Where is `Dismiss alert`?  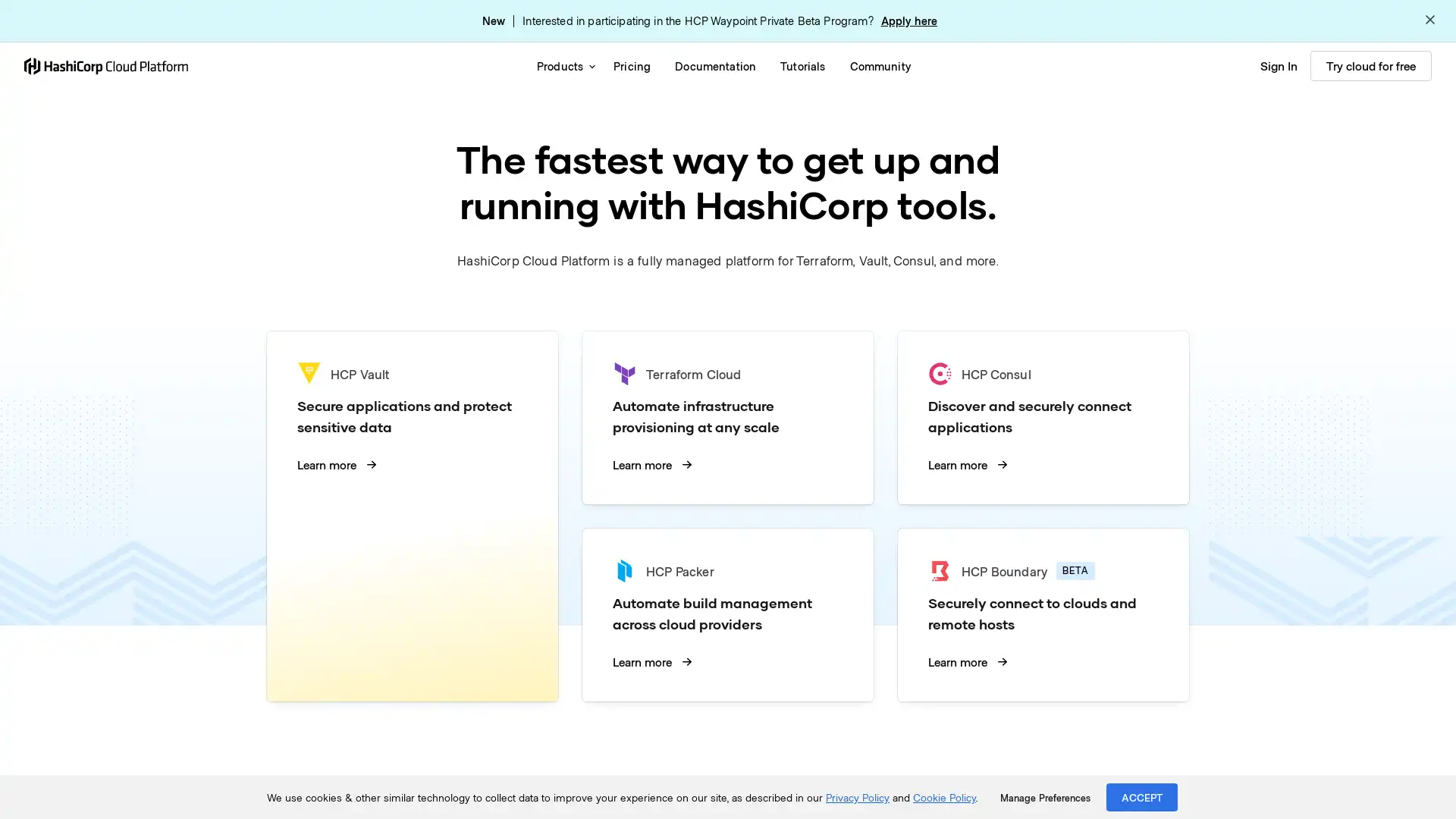 Dismiss alert is located at coordinates (1429, 20).